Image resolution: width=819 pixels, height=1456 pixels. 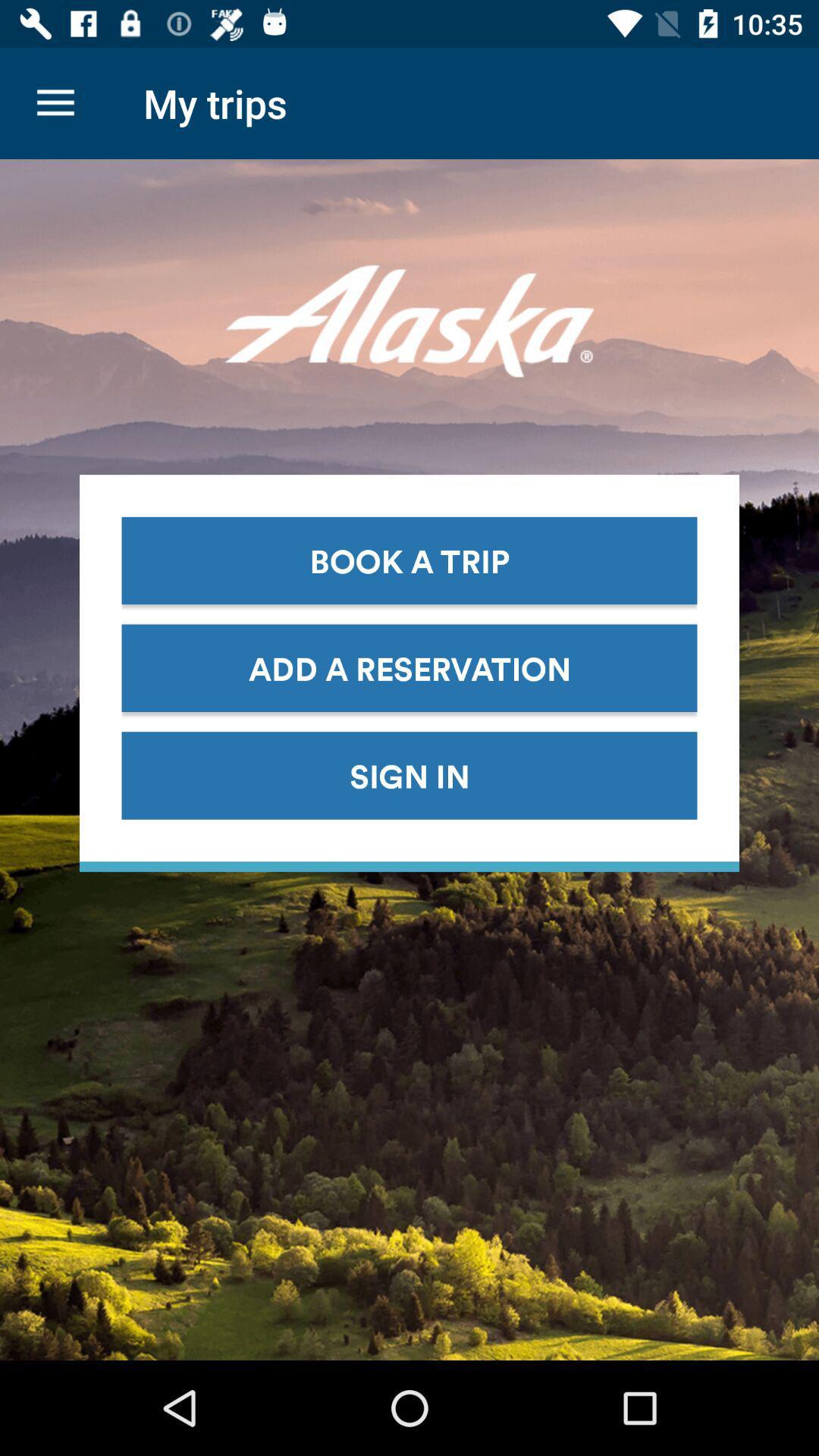 What do you see at coordinates (409, 667) in the screenshot?
I see `icon above the sign in item` at bounding box center [409, 667].